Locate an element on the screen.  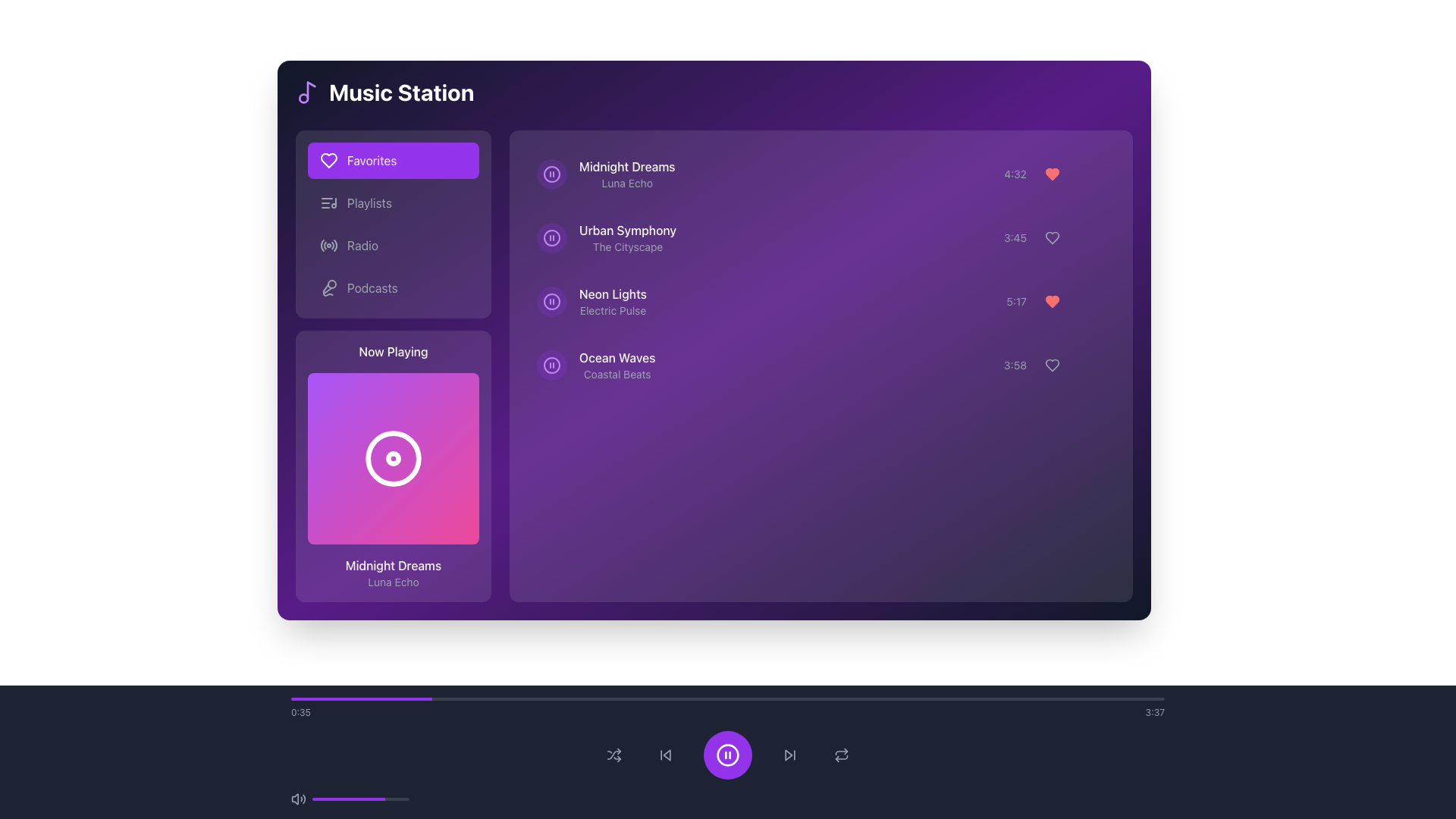
the volume control icon located at the far left end of the playback control bar to adjust the volume settings is located at coordinates (298, 798).